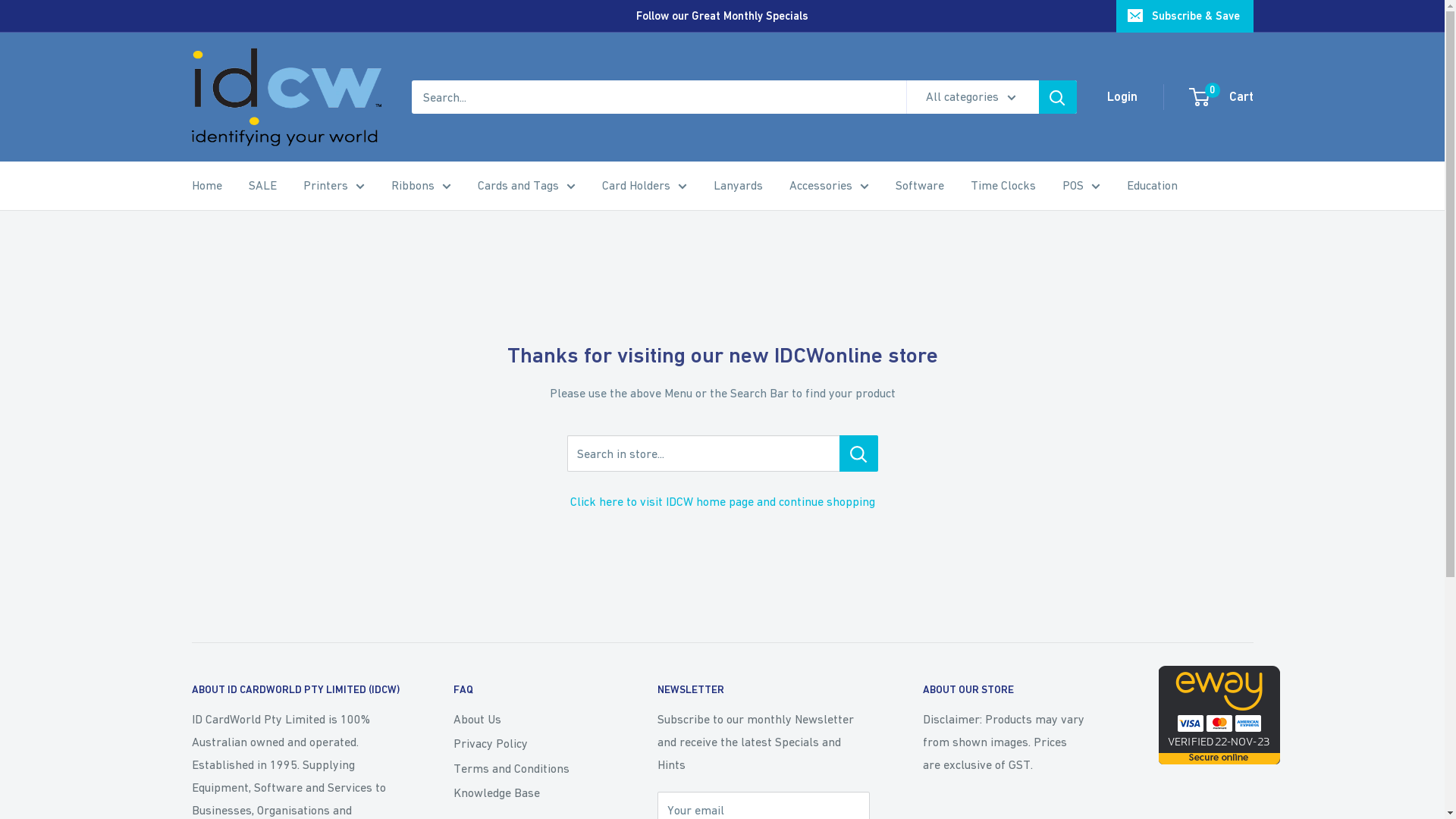 The height and width of the screenshot is (819, 1456). What do you see at coordinates (286, 96) in the screenshot?
I see `'IDCWonline'` at bounding box center [286, 96].